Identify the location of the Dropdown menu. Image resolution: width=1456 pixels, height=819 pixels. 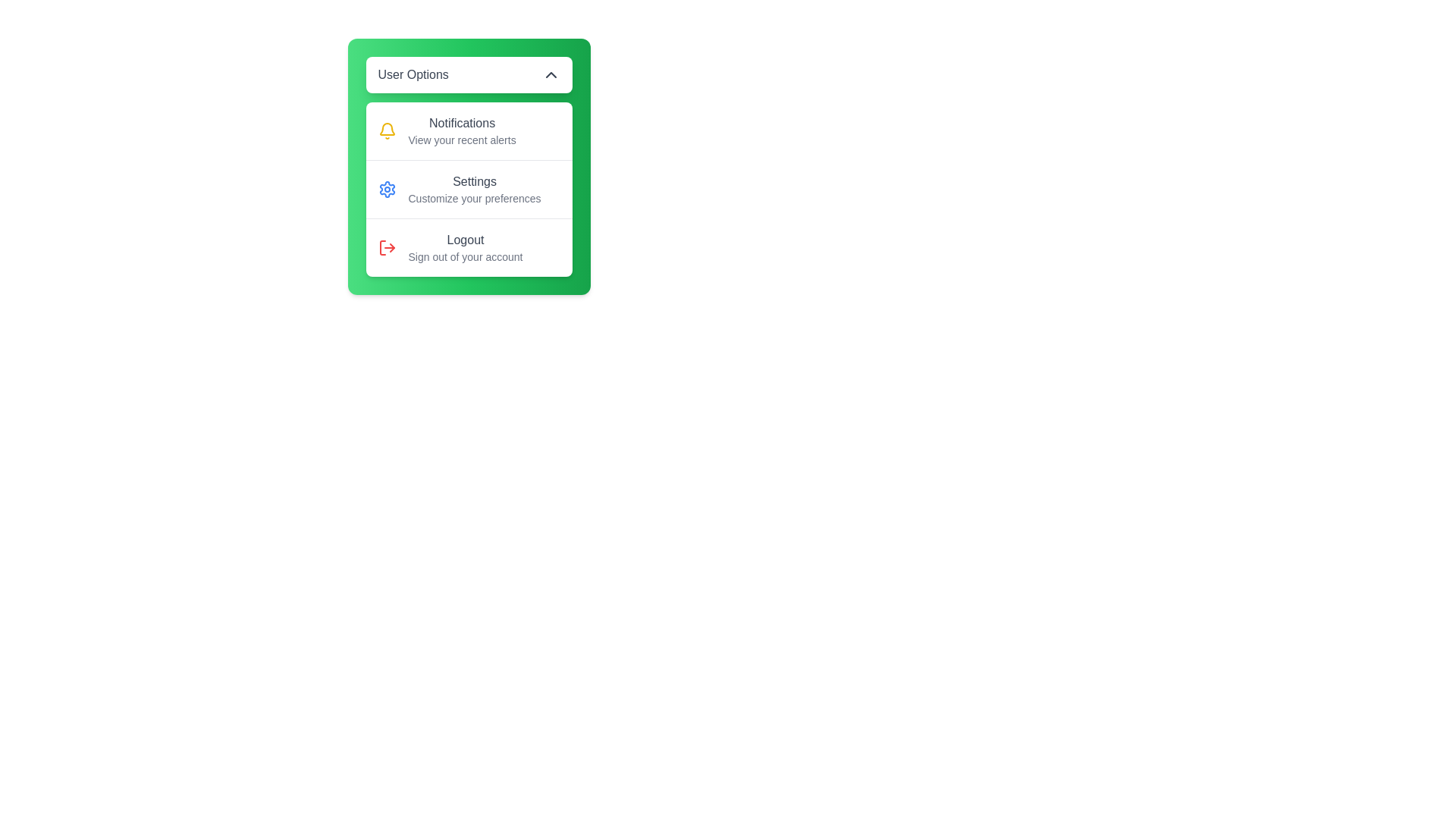
(468, 166).